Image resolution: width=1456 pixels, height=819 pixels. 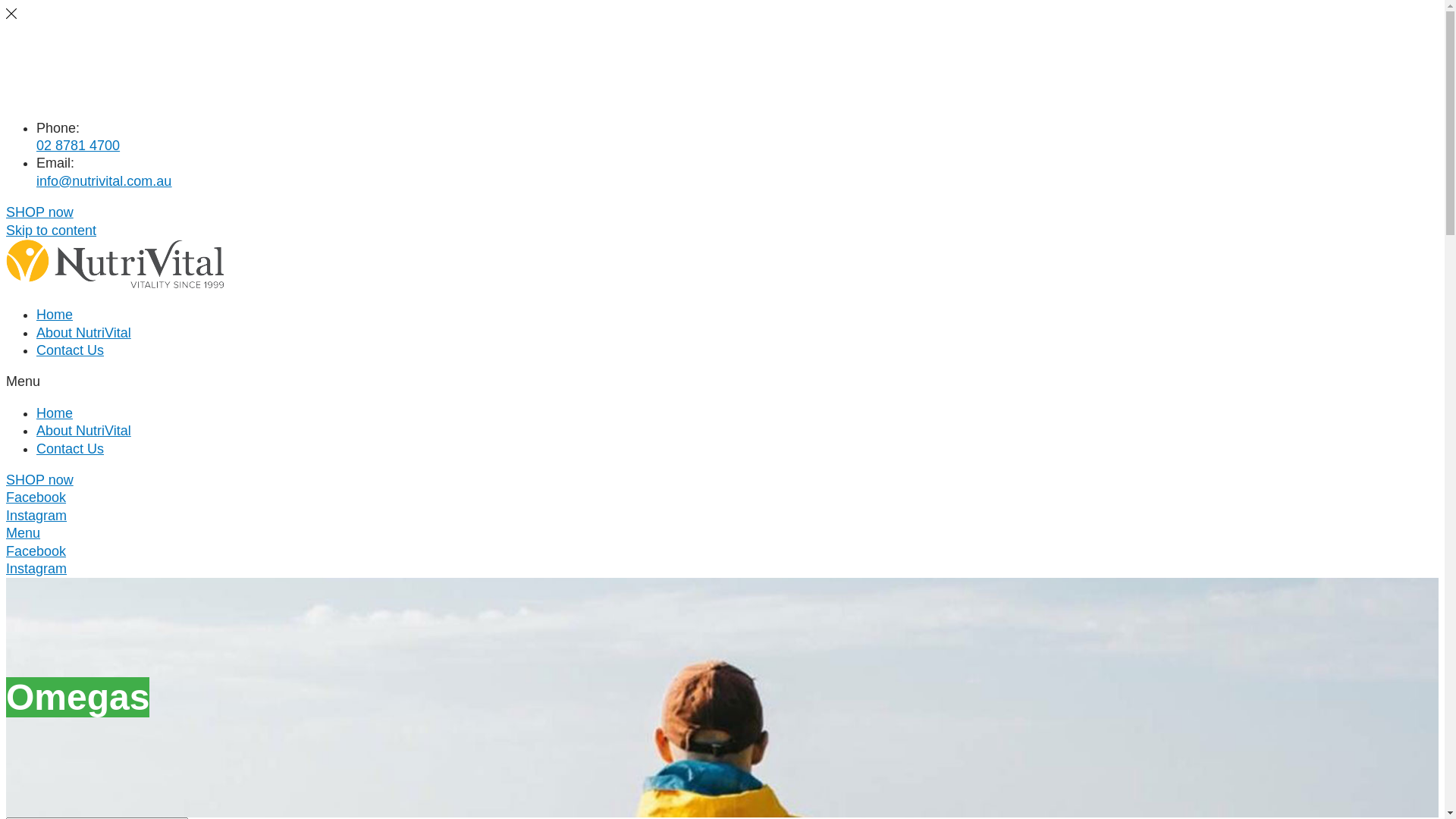 I want to click on 'Facebook', so click(x=36, y=497).